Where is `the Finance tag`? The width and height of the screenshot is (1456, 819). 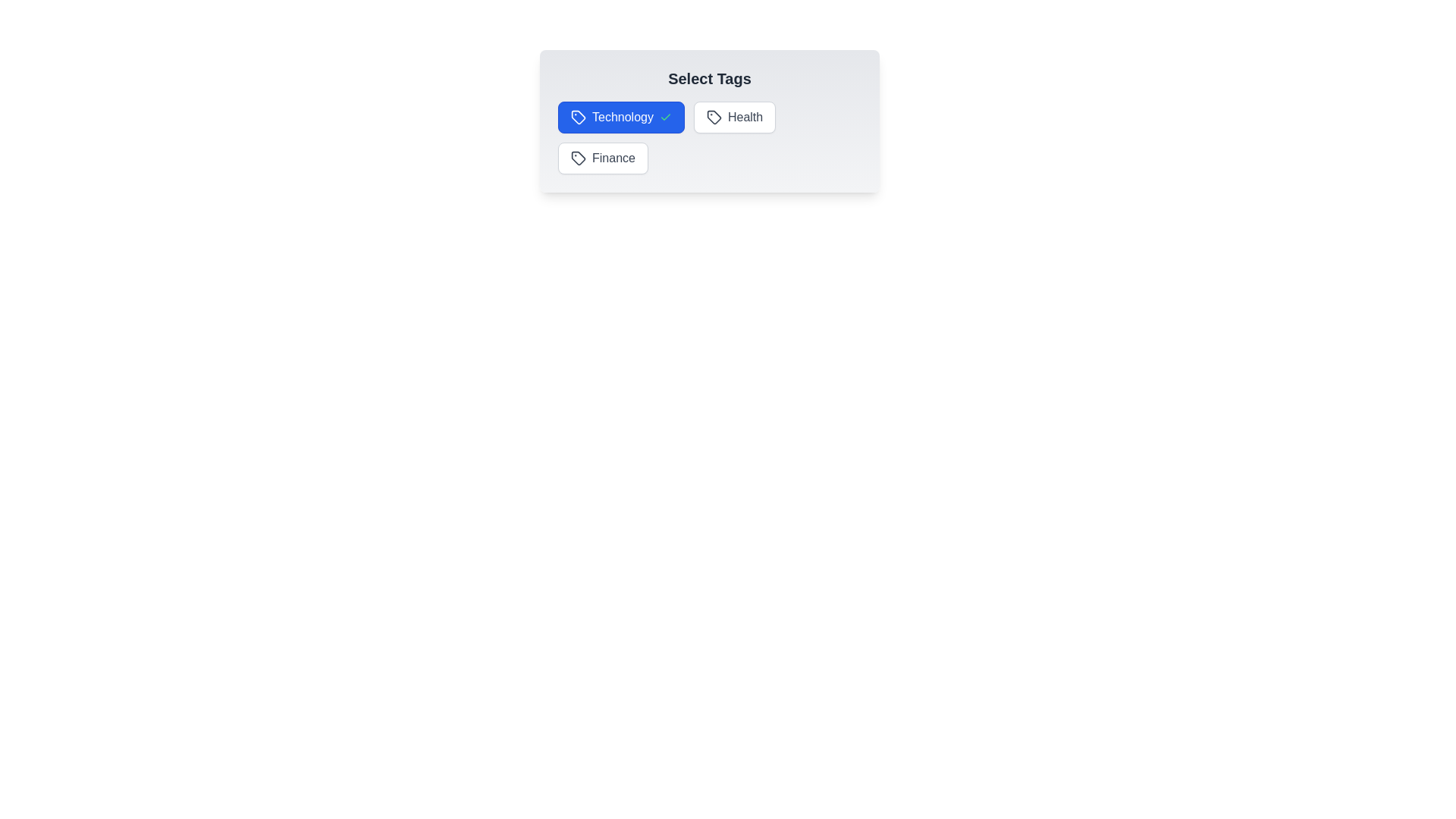 the Finance tag is located at coordinates (602, 158).